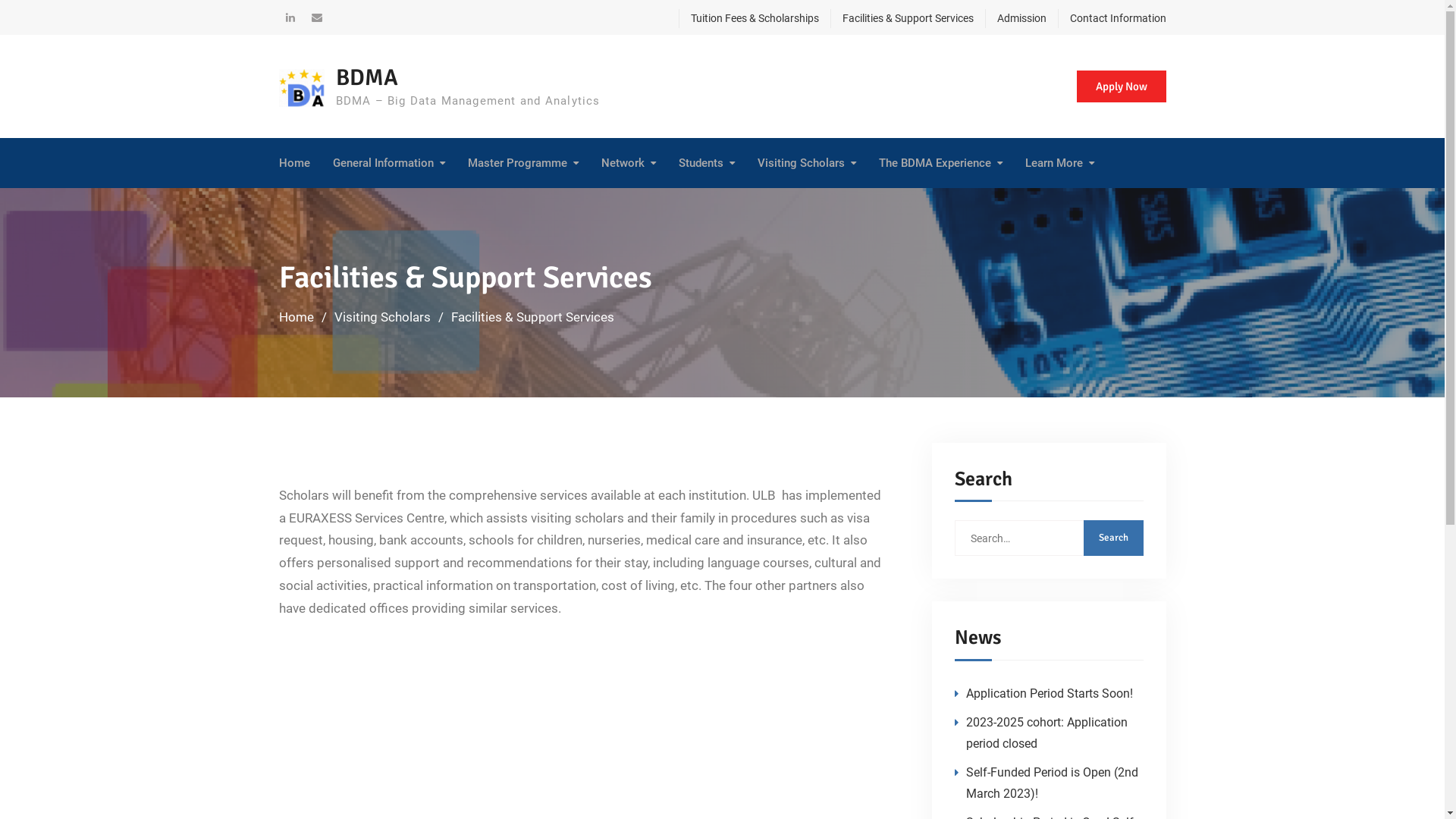  Describe the element at coordinates (1046, 732) in the screenshot. I see `'2023-2025 cohort: Application period closed'` at that location.